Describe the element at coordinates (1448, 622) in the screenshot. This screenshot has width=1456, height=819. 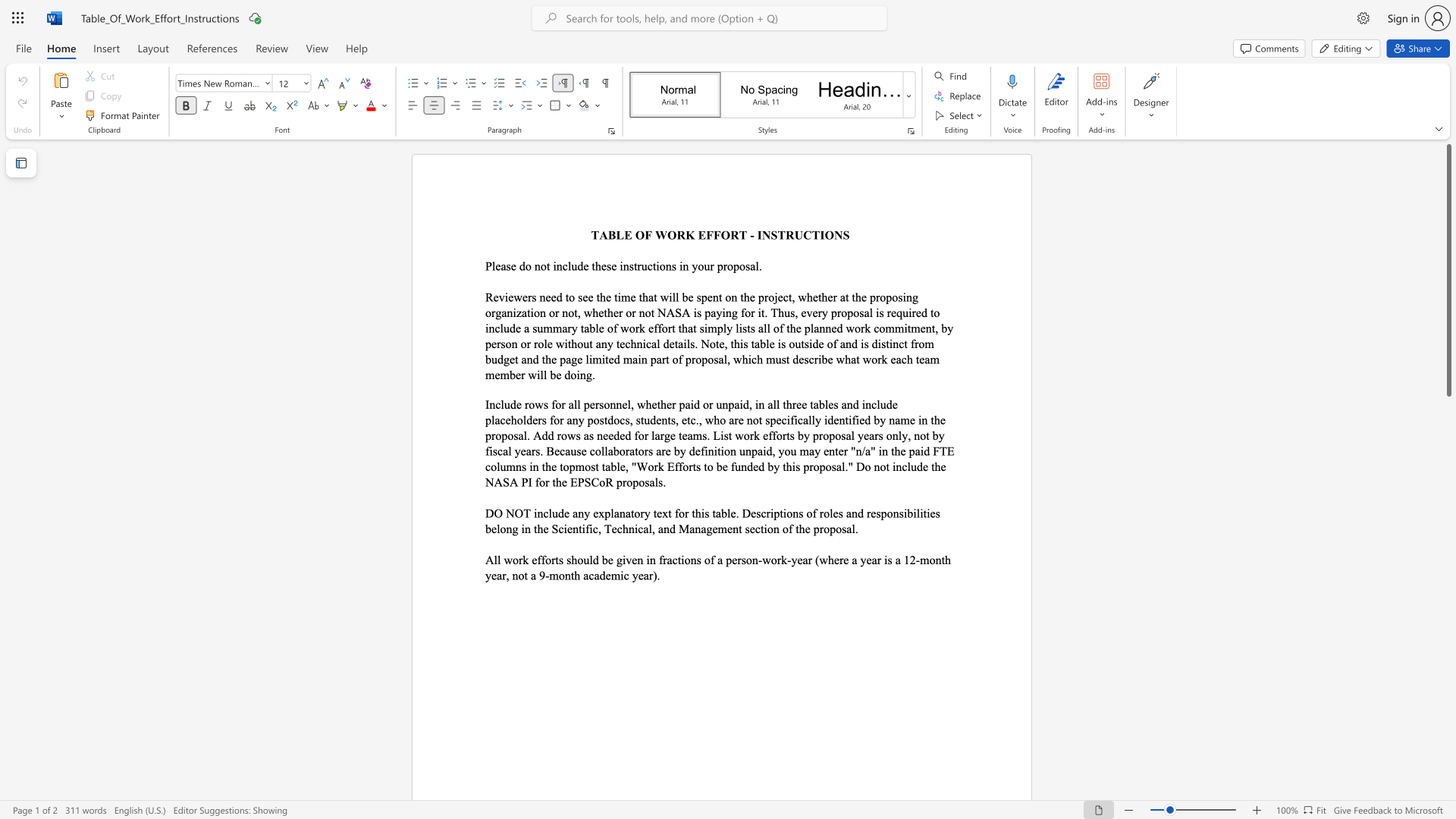
I see `the scrollbar on the right to shift the page lower` at that location.